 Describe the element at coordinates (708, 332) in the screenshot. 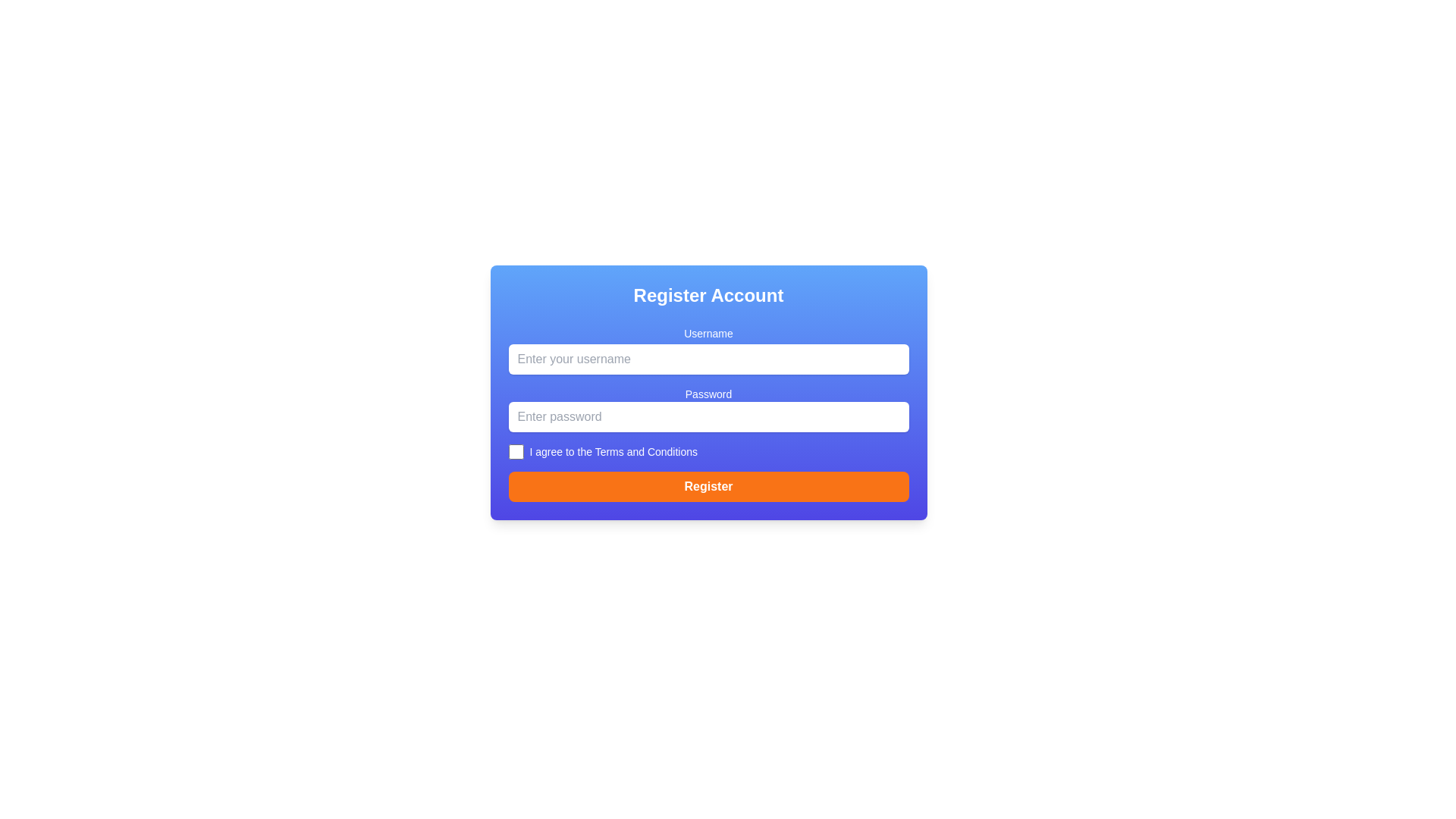

I see `the 'Username' text label, which is displayed in white on a blue background and is positioned above the username input field in the registration panel` at that location.